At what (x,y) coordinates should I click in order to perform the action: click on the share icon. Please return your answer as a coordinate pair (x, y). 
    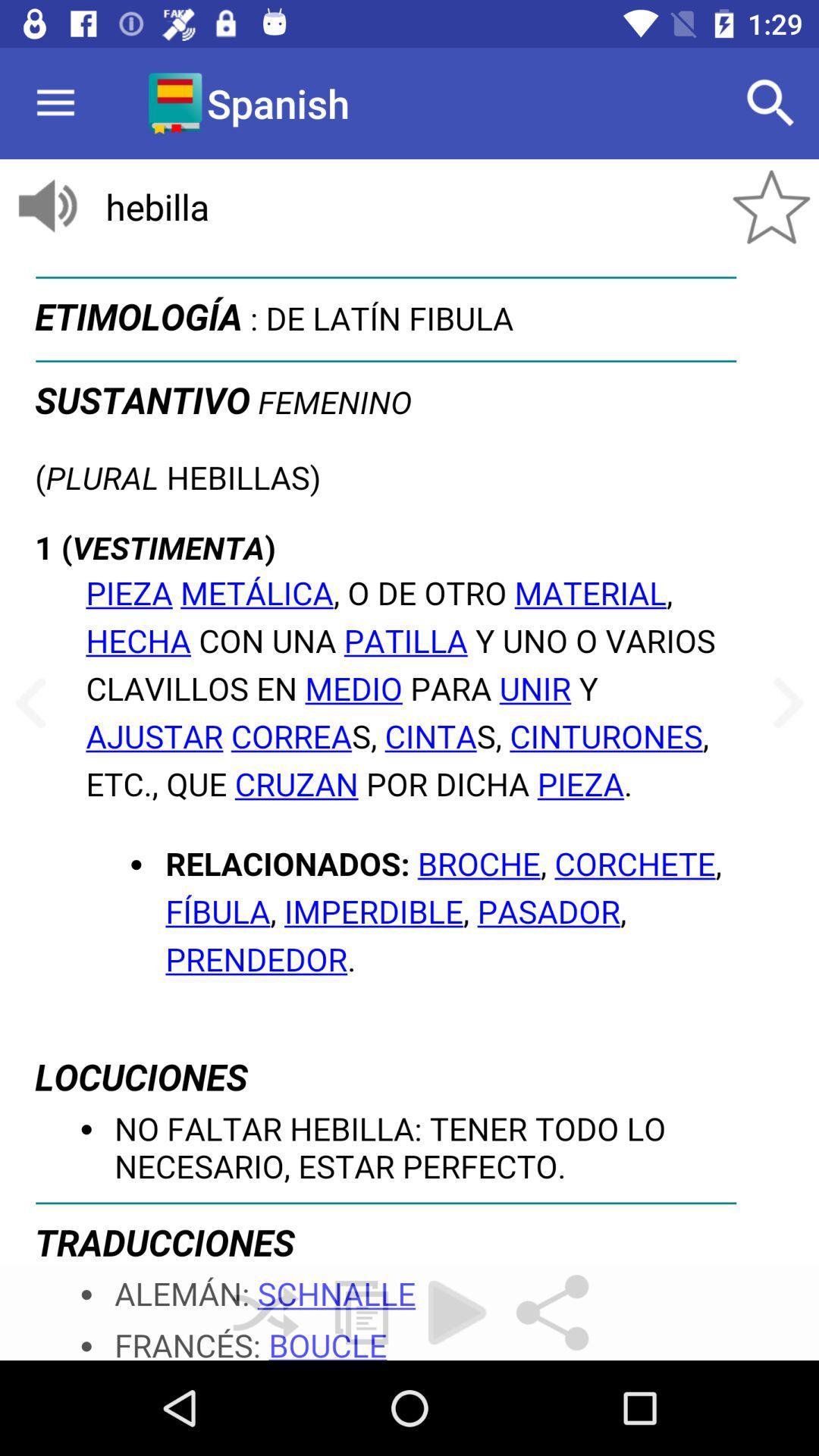
    Looking at the image, I should click on (553, 1312).